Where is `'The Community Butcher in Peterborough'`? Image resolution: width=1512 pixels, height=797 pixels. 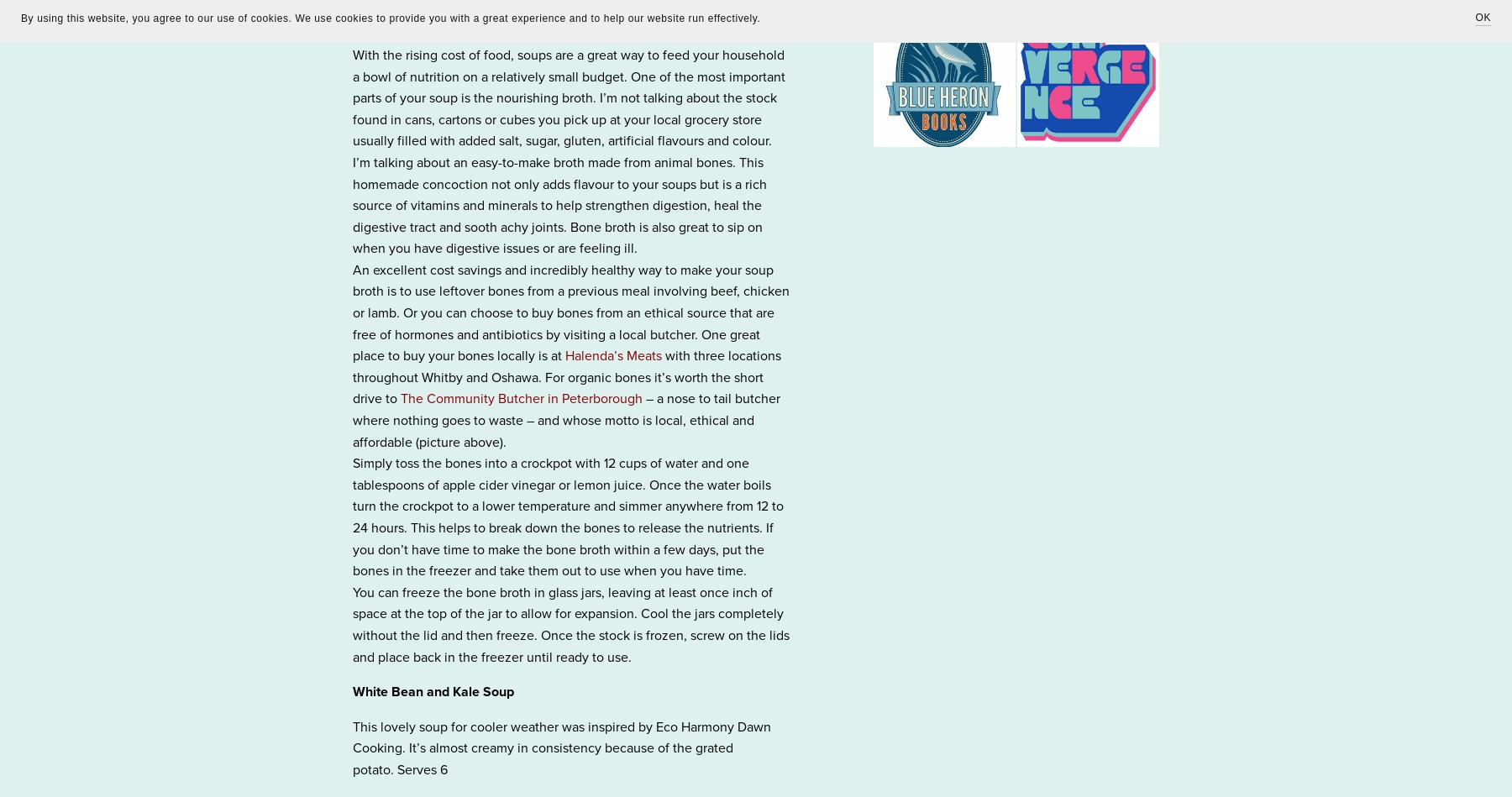
'The Community Butcher in Peterborough' is located at coordinates (522, 398).